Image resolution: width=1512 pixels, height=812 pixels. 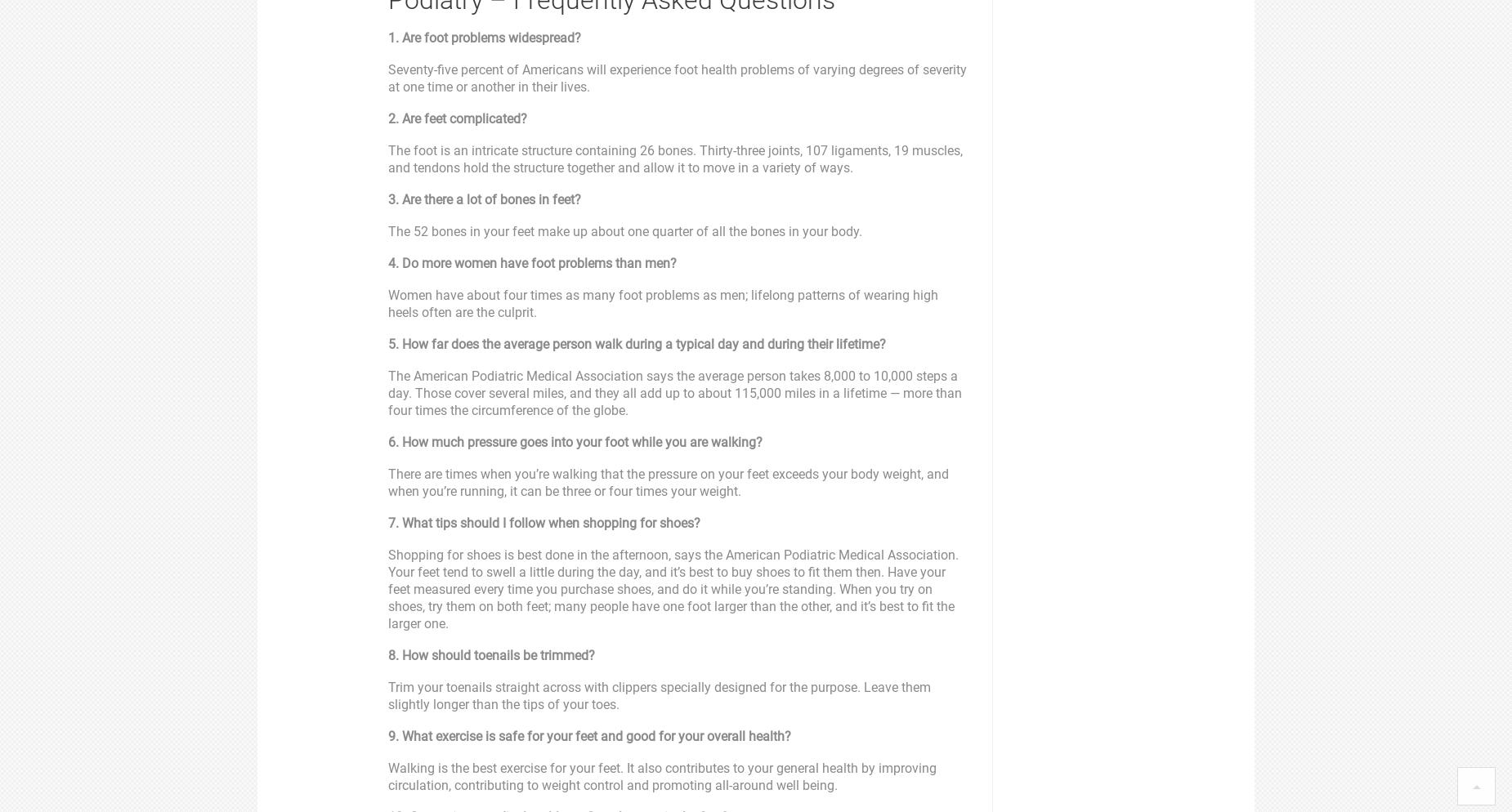 What do you see at coordinates (544, 523) in the screenshot?
I see `'7. What tips should I follow when shopping for shoes?'` at bounding box center [544, 523].